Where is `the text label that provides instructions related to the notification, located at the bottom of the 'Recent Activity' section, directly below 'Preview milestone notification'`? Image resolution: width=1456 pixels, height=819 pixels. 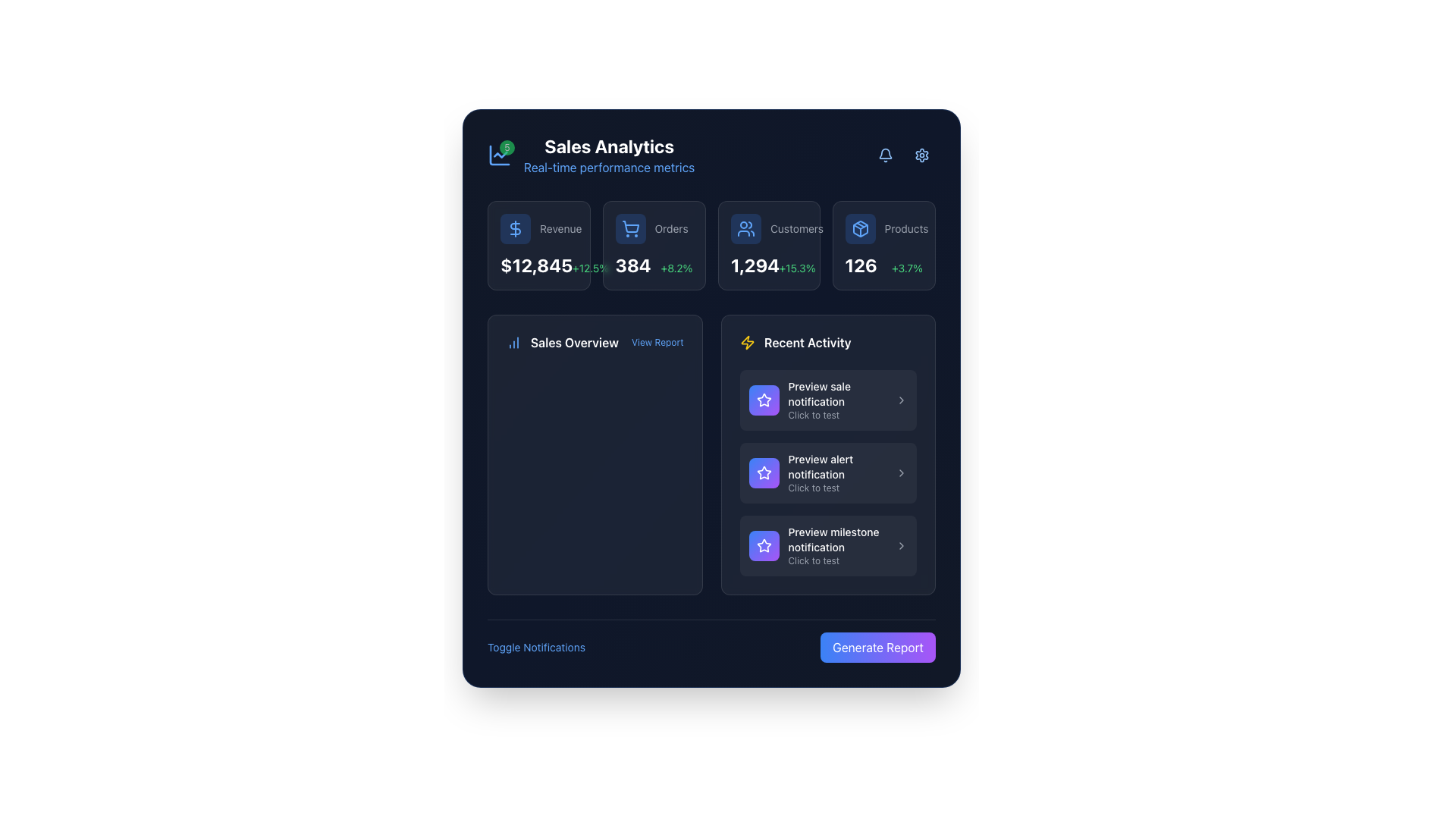
the text label that provides instructions related to the notification, located at the bottom of the 'Recent Activity' section, directly below 'Preview milestone notification' is located at coordinates (836, 561).